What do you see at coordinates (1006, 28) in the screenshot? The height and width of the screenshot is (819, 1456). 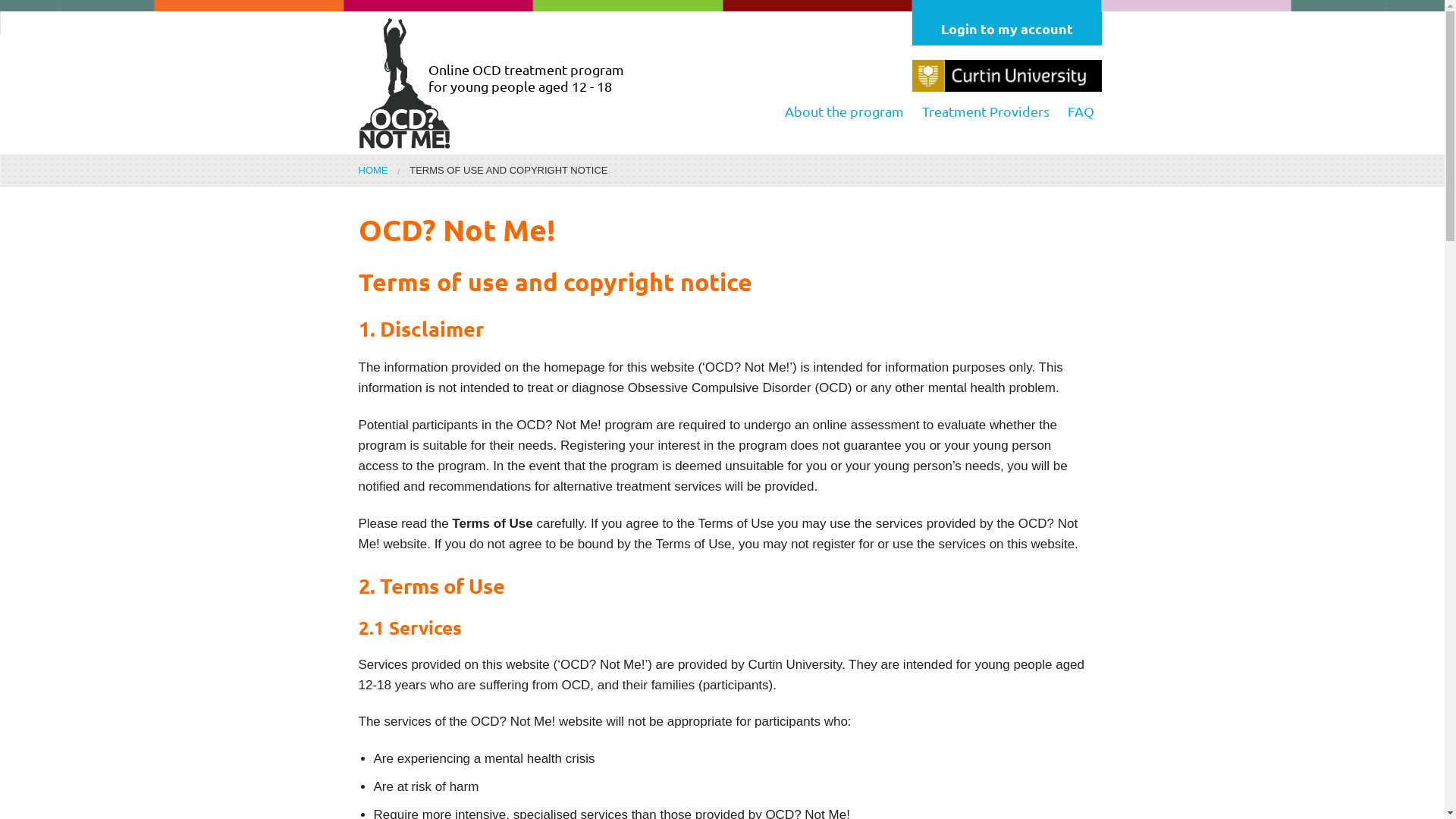 I see `'Login to my account'` at bounding box center [1006, 28].